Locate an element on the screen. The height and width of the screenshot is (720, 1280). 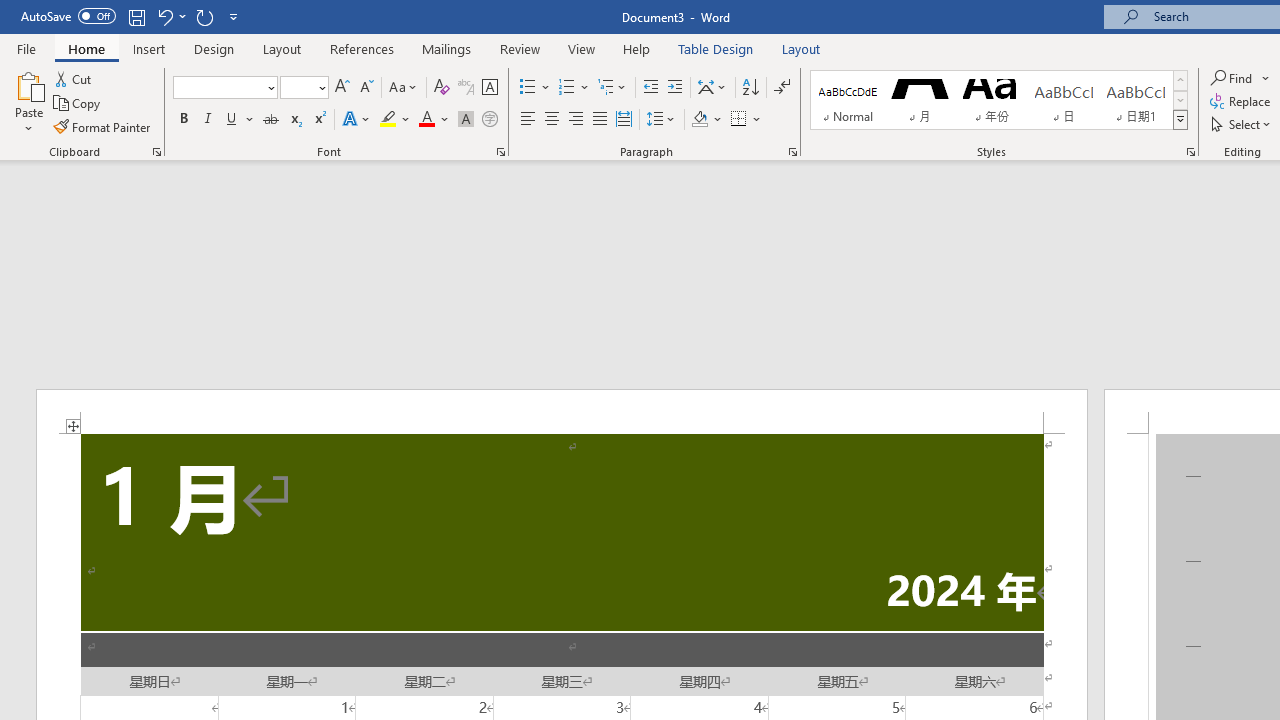
'Replace...' is located at coordinates (1241, 101).